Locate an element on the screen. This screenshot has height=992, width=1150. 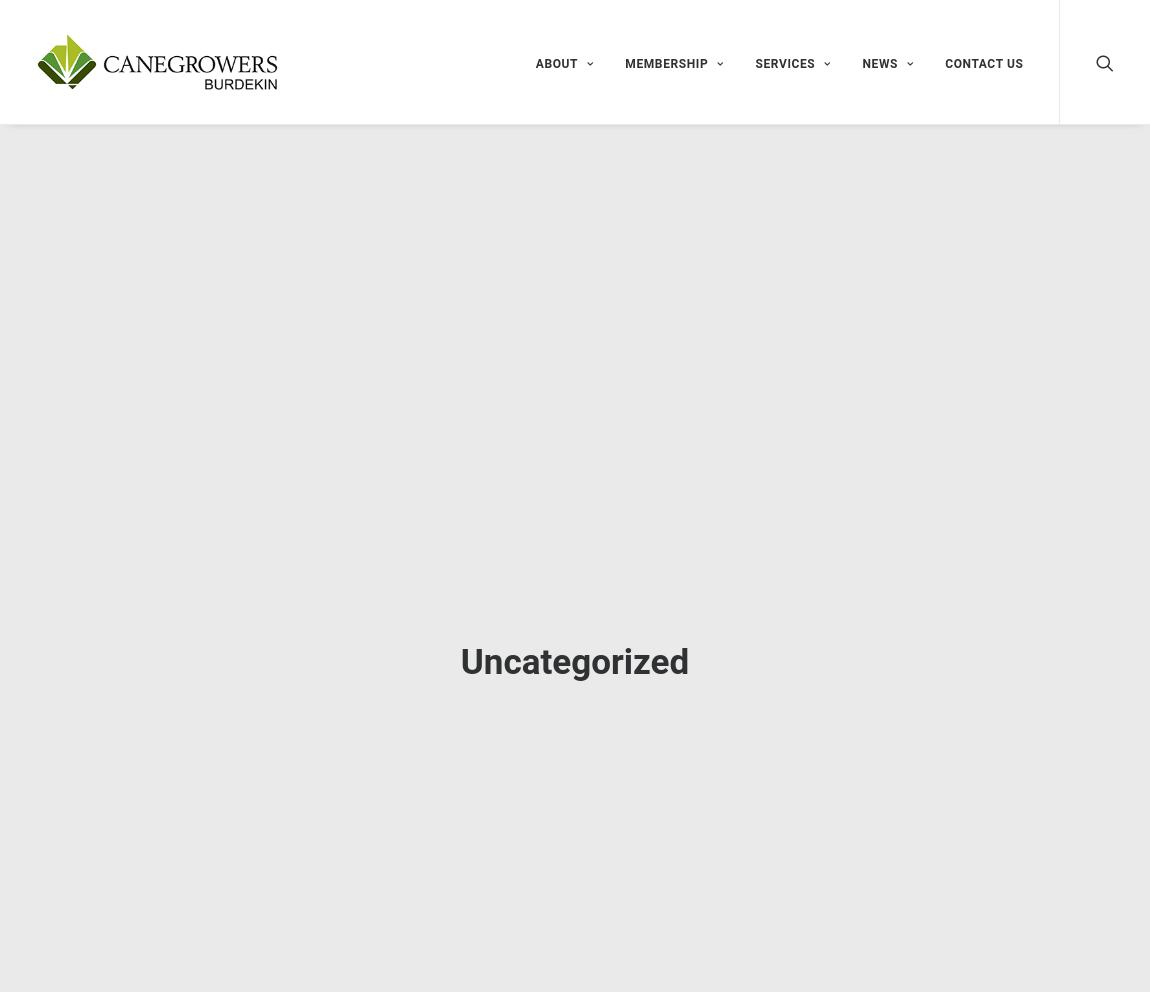
'Nothing Found' is located at coordinates (184, 365).